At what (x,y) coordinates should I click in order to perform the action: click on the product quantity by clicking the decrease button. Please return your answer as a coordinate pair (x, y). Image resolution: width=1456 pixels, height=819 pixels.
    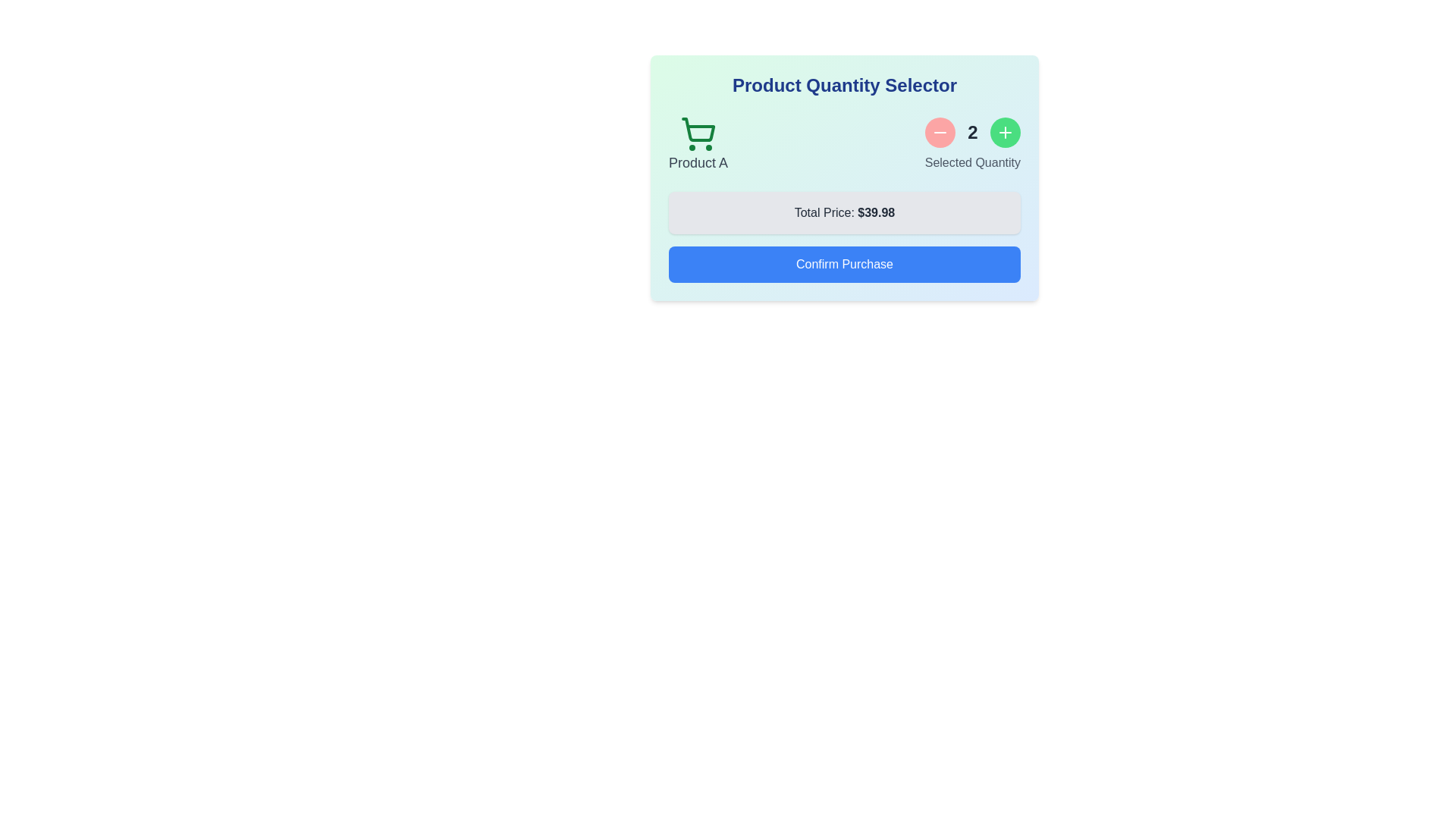
    Looking at the image, I should click on (940, 131).